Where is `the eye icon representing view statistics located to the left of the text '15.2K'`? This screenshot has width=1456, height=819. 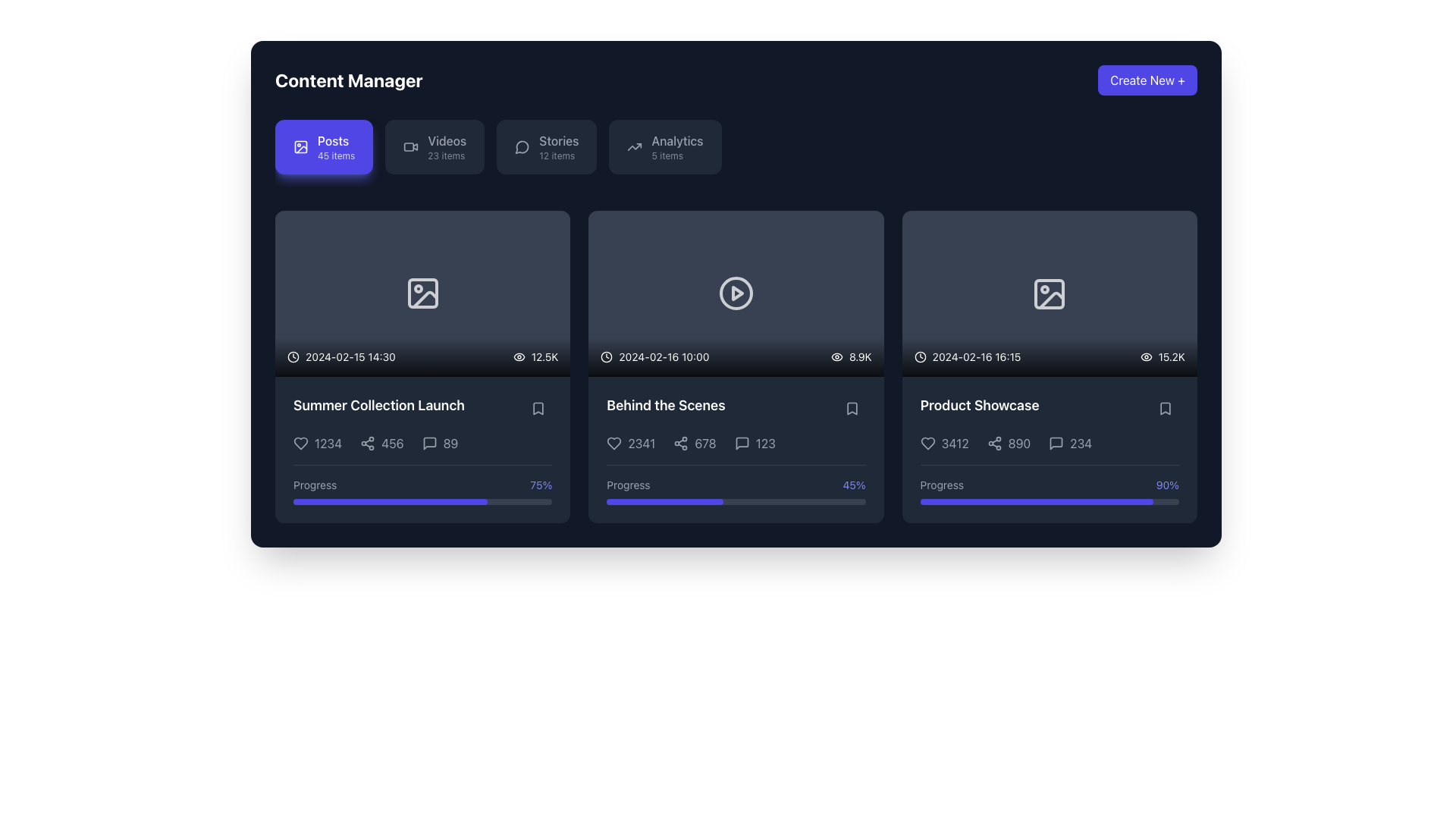
the eye icon representing view statistics located to the left of the text '15.2K' is located at coordinates (1146, 356).